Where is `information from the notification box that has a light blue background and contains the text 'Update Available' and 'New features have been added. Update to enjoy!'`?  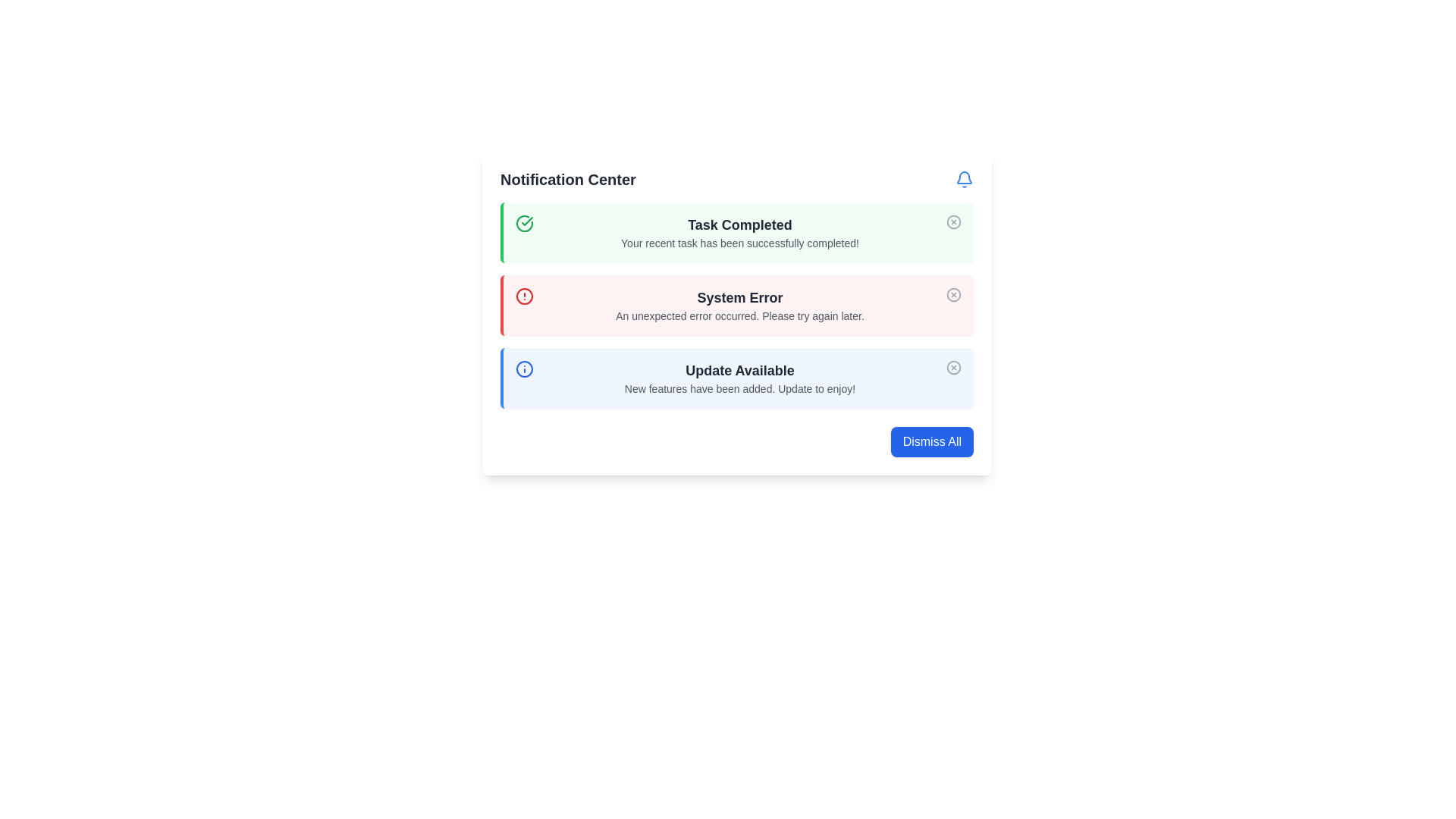 information from the notification box that has a light blue background and contains the text 'Update Available' and 'New features have been added. Update to enjoy!' is located at coordinates (736, 377).